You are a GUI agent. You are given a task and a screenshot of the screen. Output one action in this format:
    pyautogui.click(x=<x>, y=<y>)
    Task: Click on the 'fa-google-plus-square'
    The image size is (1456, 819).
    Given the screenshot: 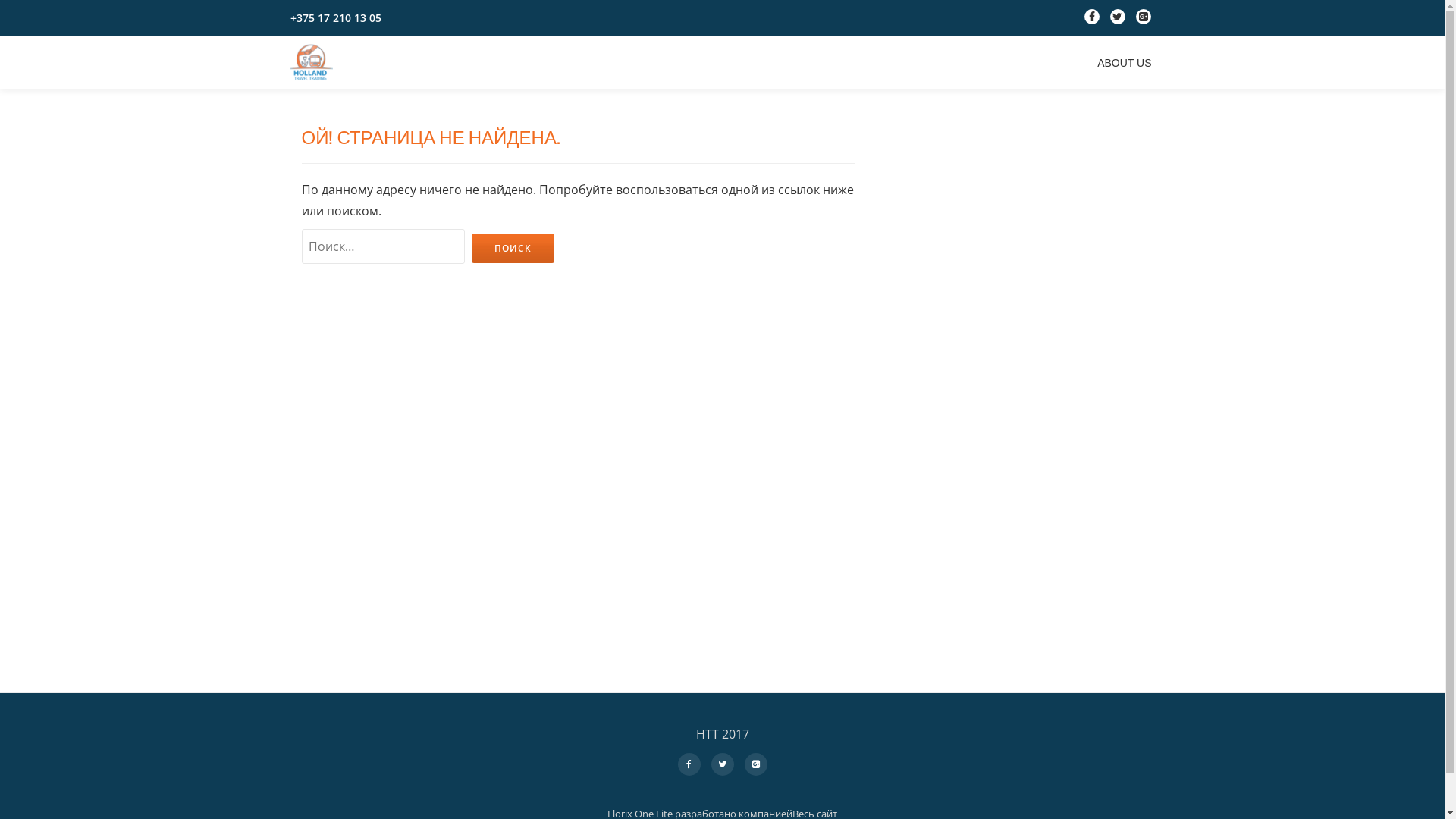 What is the action you would take?
    pyautogui.click(x=1135, y=20)
    